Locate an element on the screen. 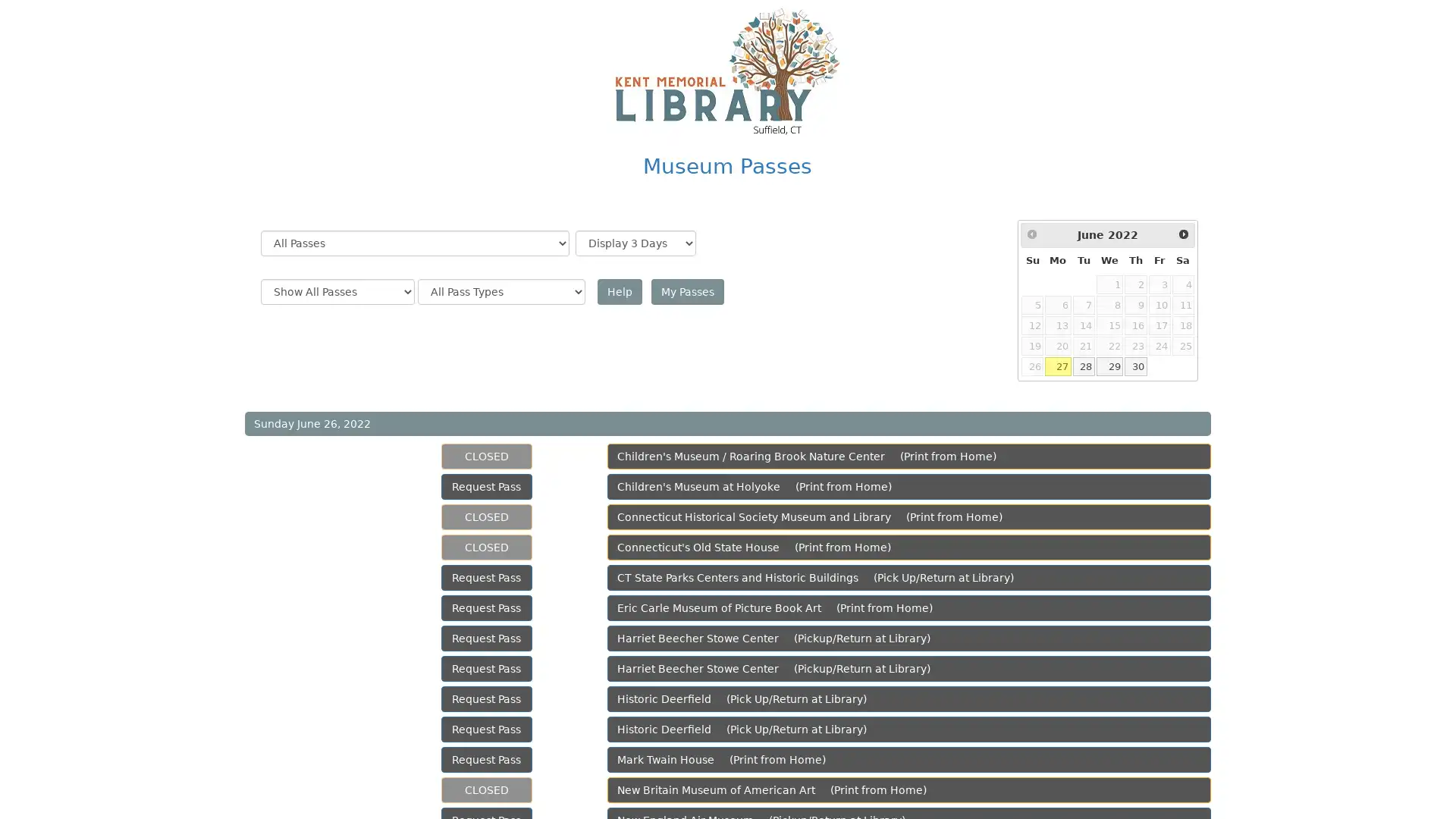  Request Pass is located at coordinates (486, 578).